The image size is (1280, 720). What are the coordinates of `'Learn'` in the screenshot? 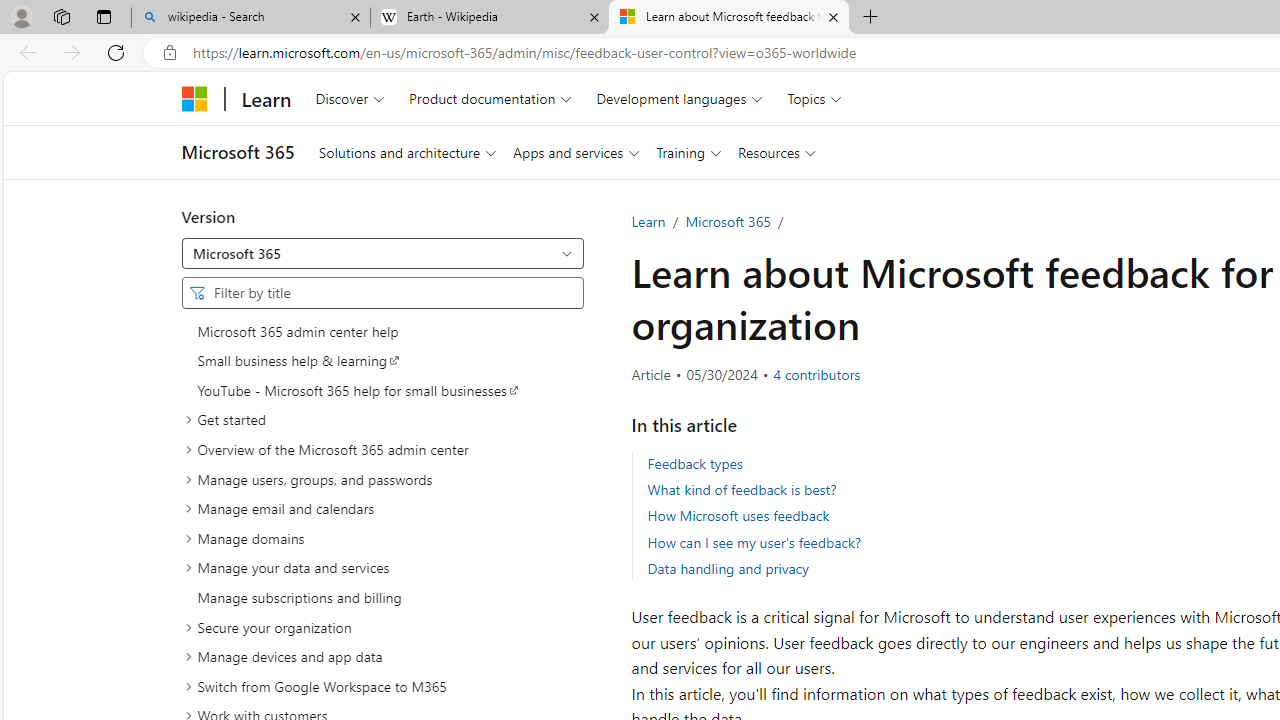 It's located at (648, 221).